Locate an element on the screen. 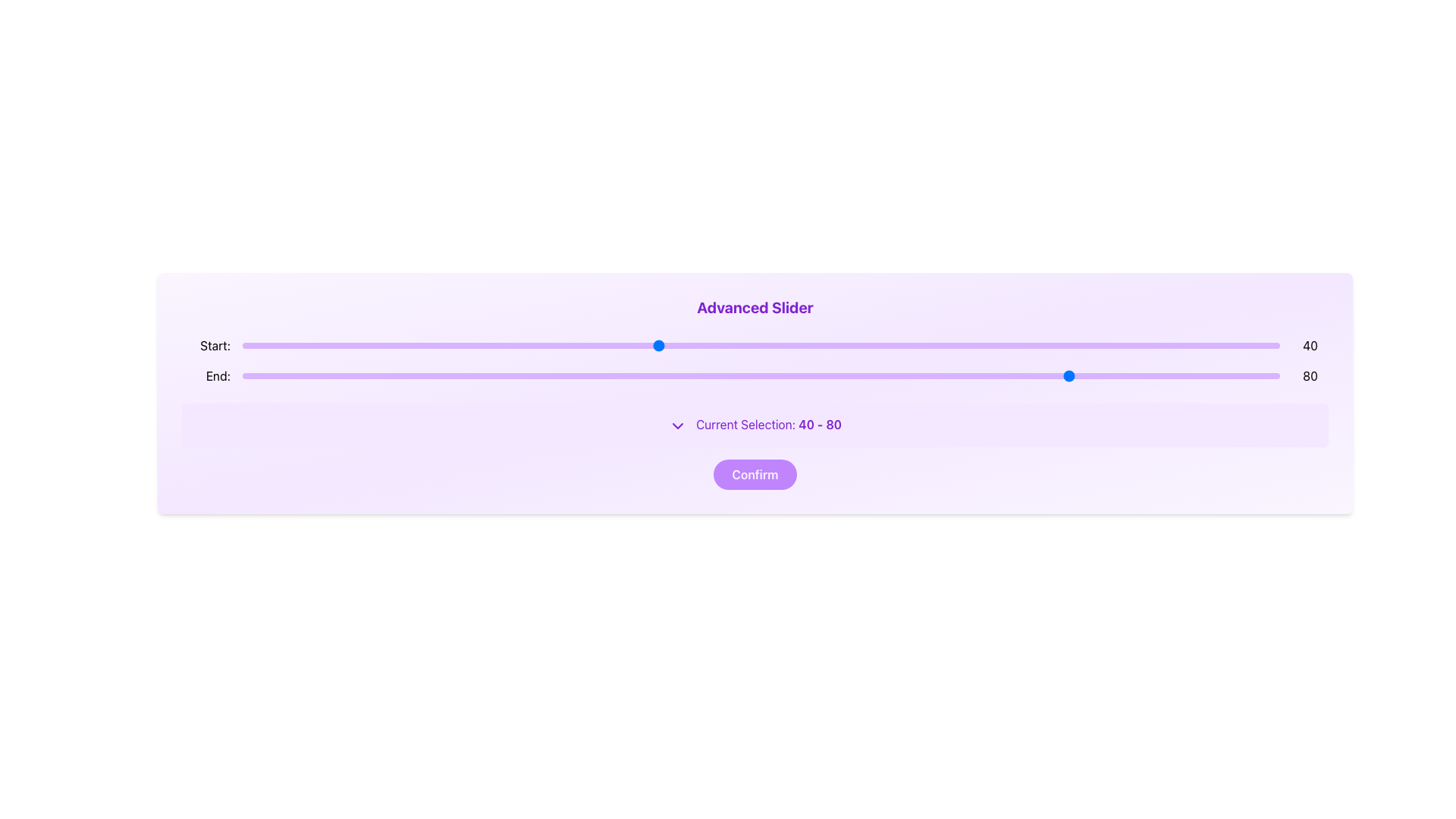  the 'End' value is located at coordinates (438, 375).